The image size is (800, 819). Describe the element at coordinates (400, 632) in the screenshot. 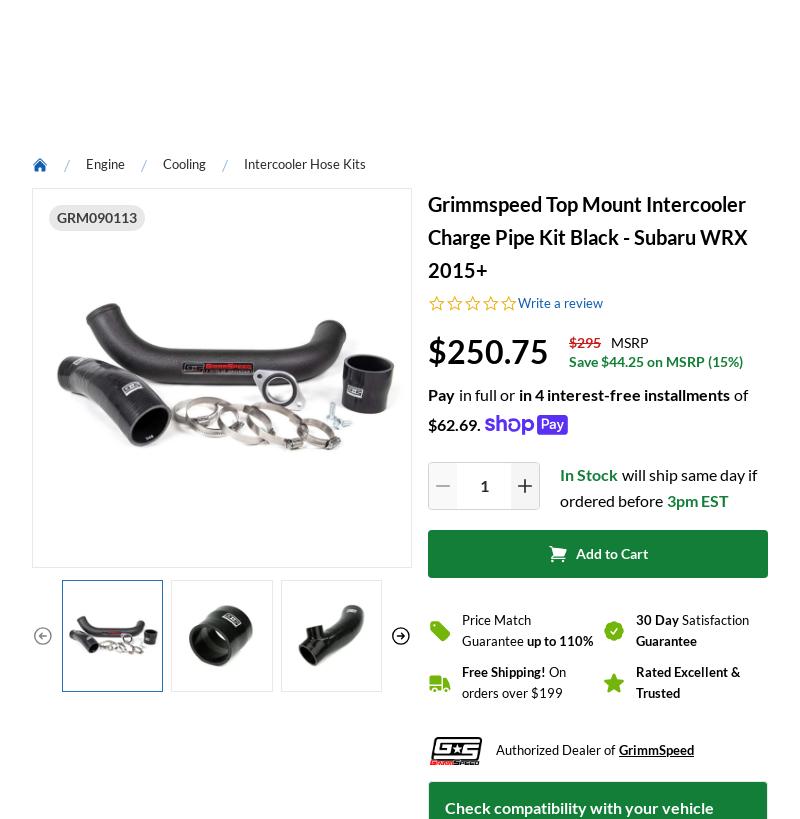

I see `'be the first to write a review'` at that location.